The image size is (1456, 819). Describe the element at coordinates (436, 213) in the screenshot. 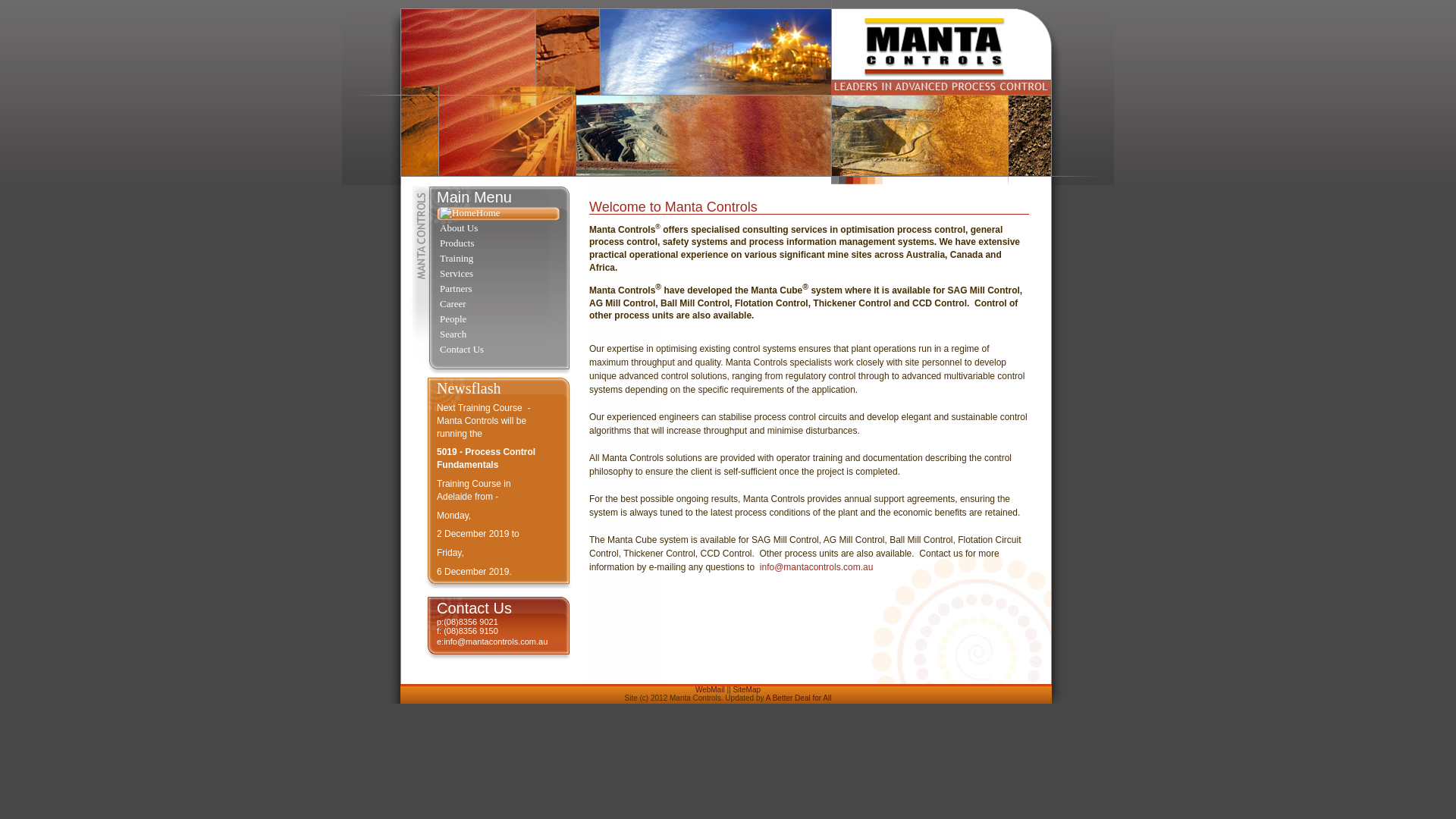

I see `'Home'` at that location.